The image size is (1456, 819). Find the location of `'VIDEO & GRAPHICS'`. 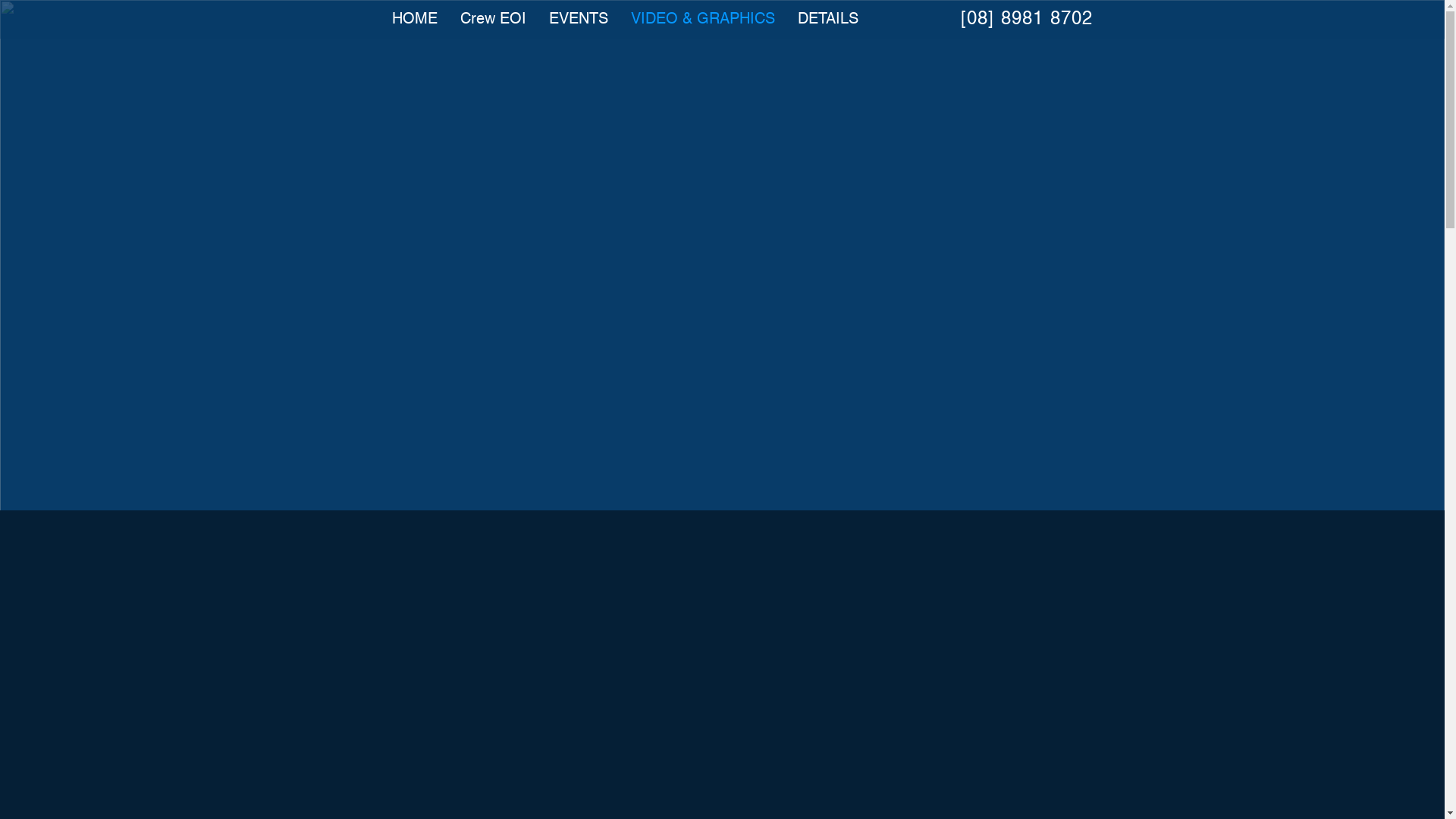

'VIDEO & GRAPHICS' is located at coordinates (619, 18).